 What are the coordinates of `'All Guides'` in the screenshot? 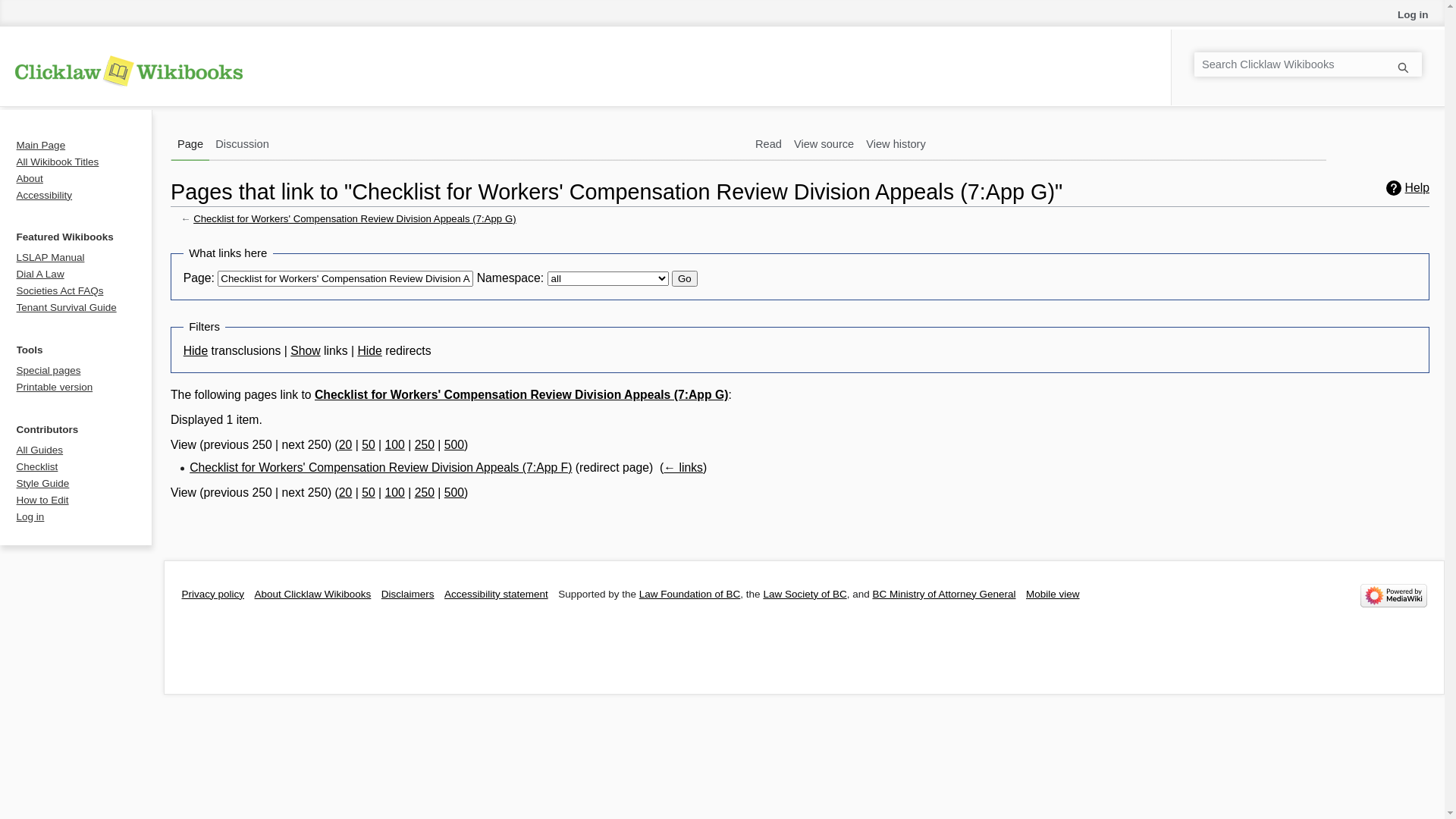 It's located at (39, 449).